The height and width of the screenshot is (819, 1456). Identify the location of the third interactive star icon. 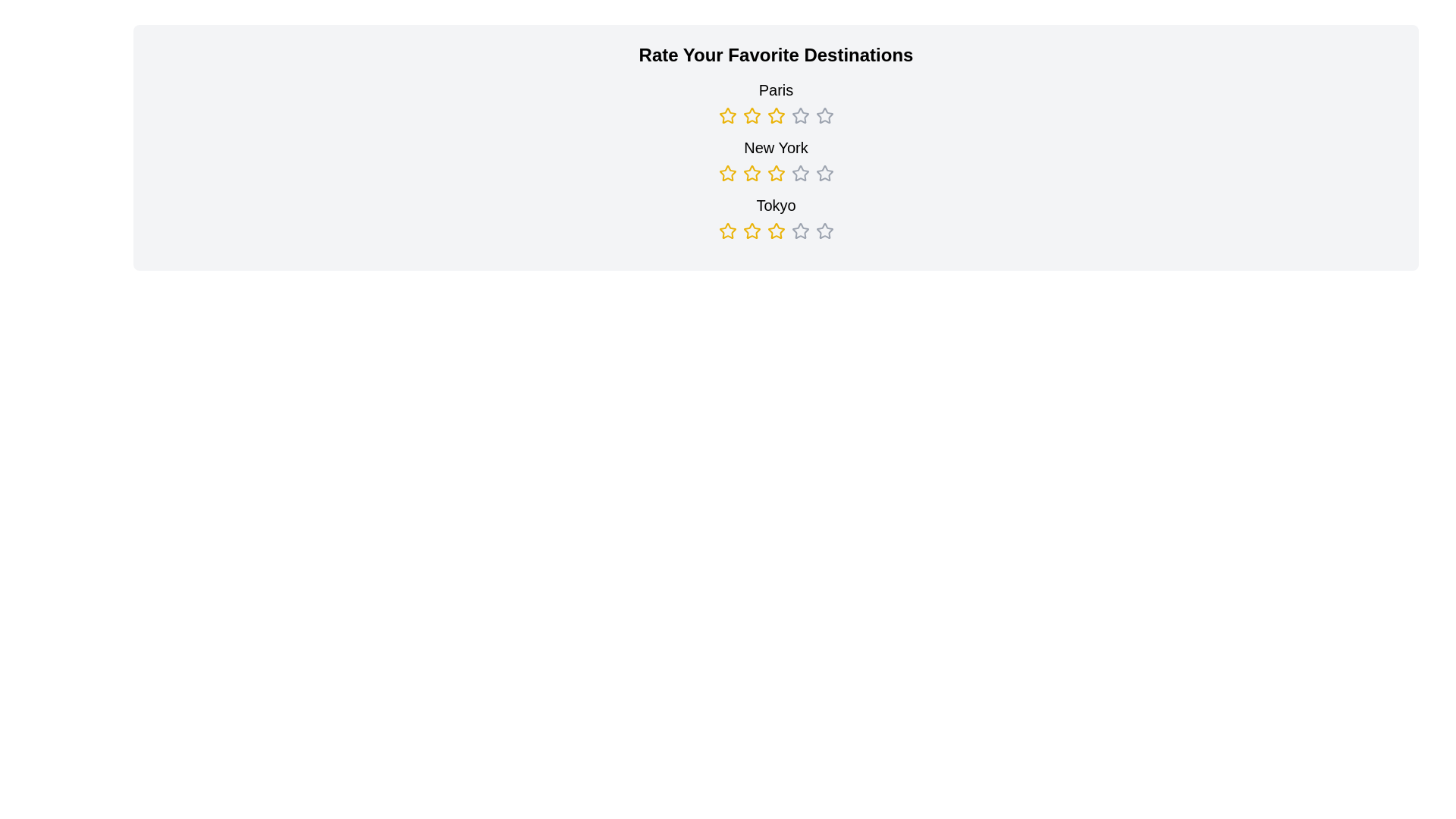
(775, 231).